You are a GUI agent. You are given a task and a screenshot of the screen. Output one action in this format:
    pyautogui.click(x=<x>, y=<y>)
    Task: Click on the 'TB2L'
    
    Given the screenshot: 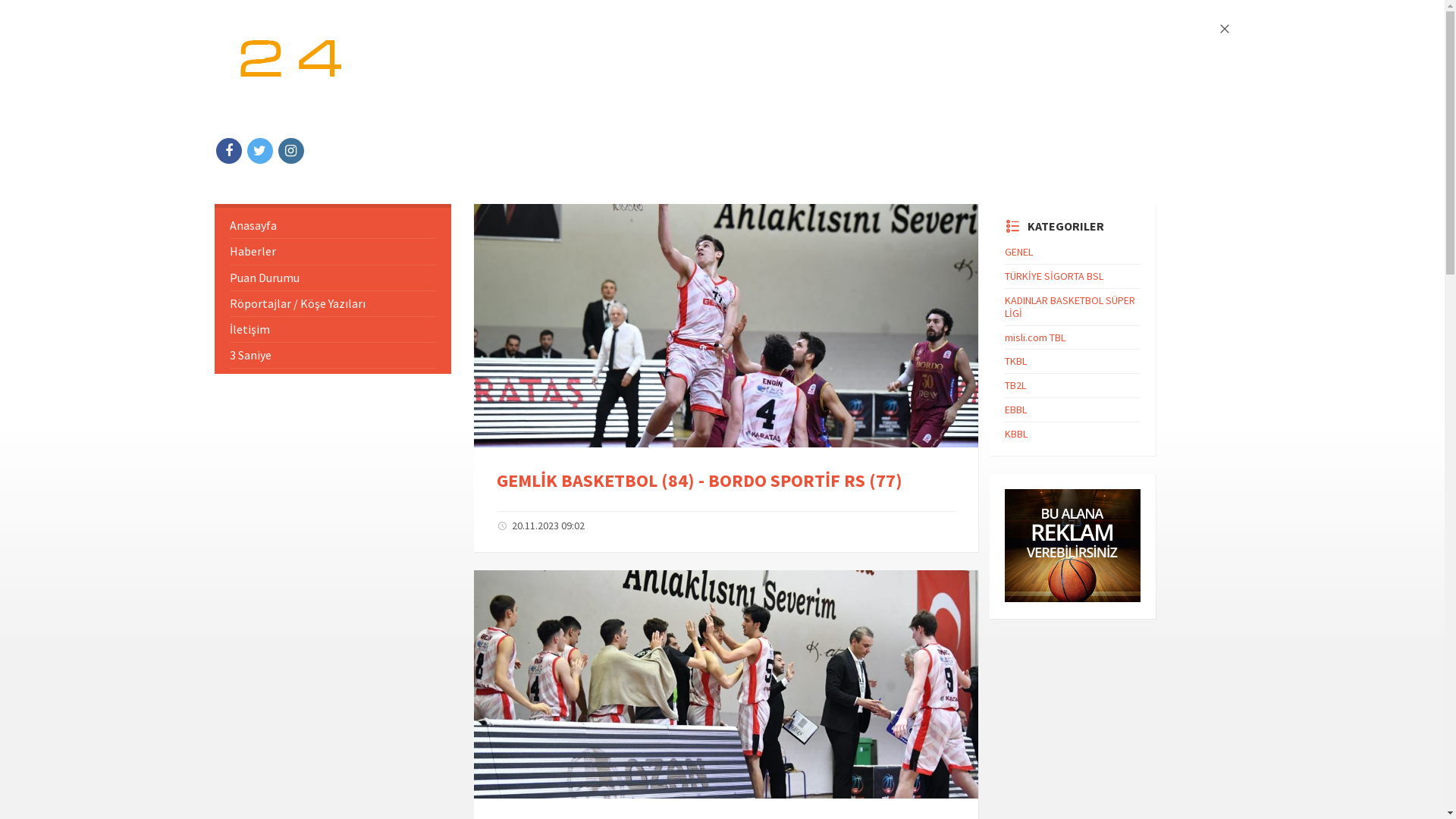 What is the action you would take?
    pyautogui.click(x=1015, y=384)
    